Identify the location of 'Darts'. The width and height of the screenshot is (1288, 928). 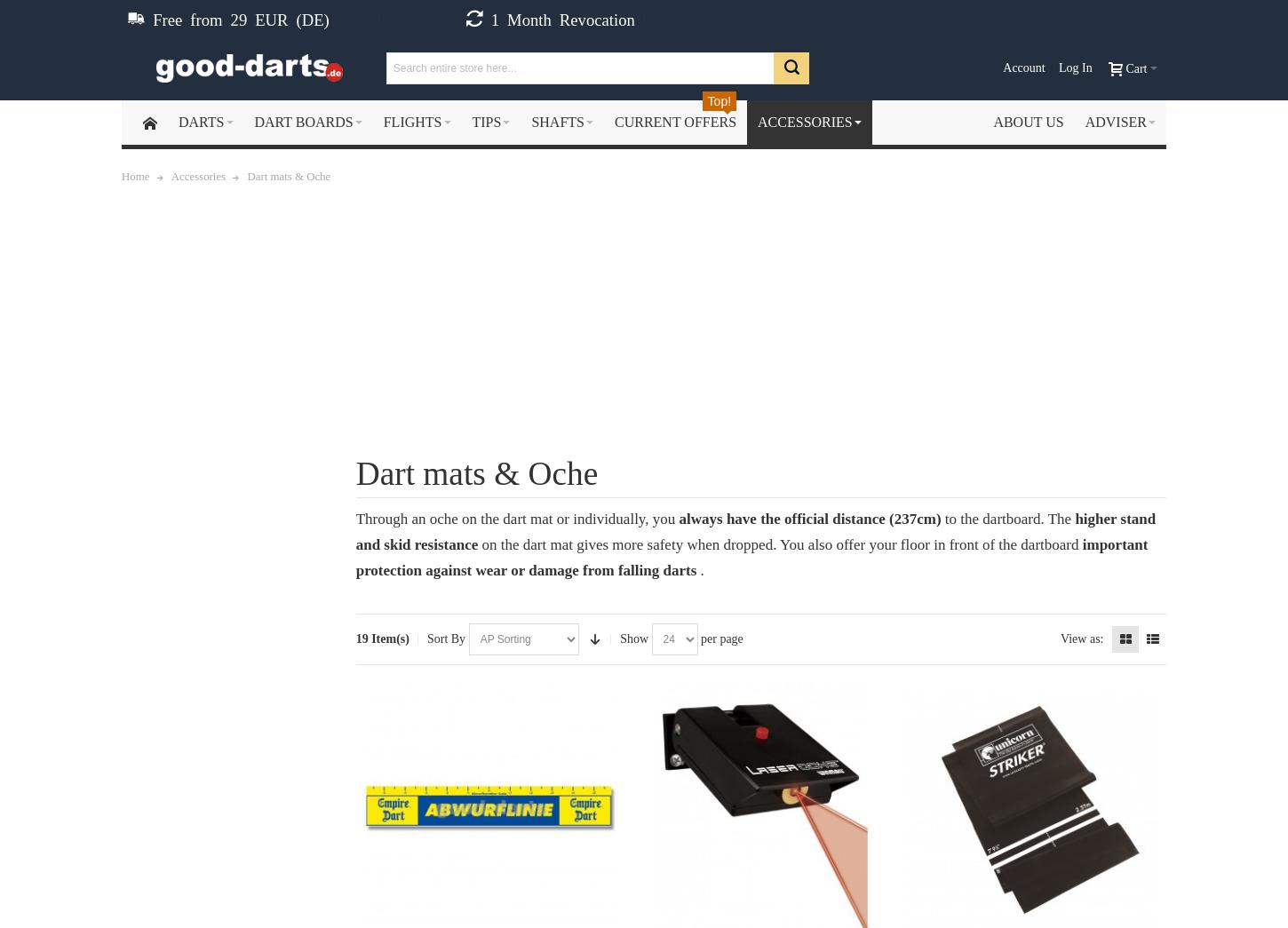
(200, 121).